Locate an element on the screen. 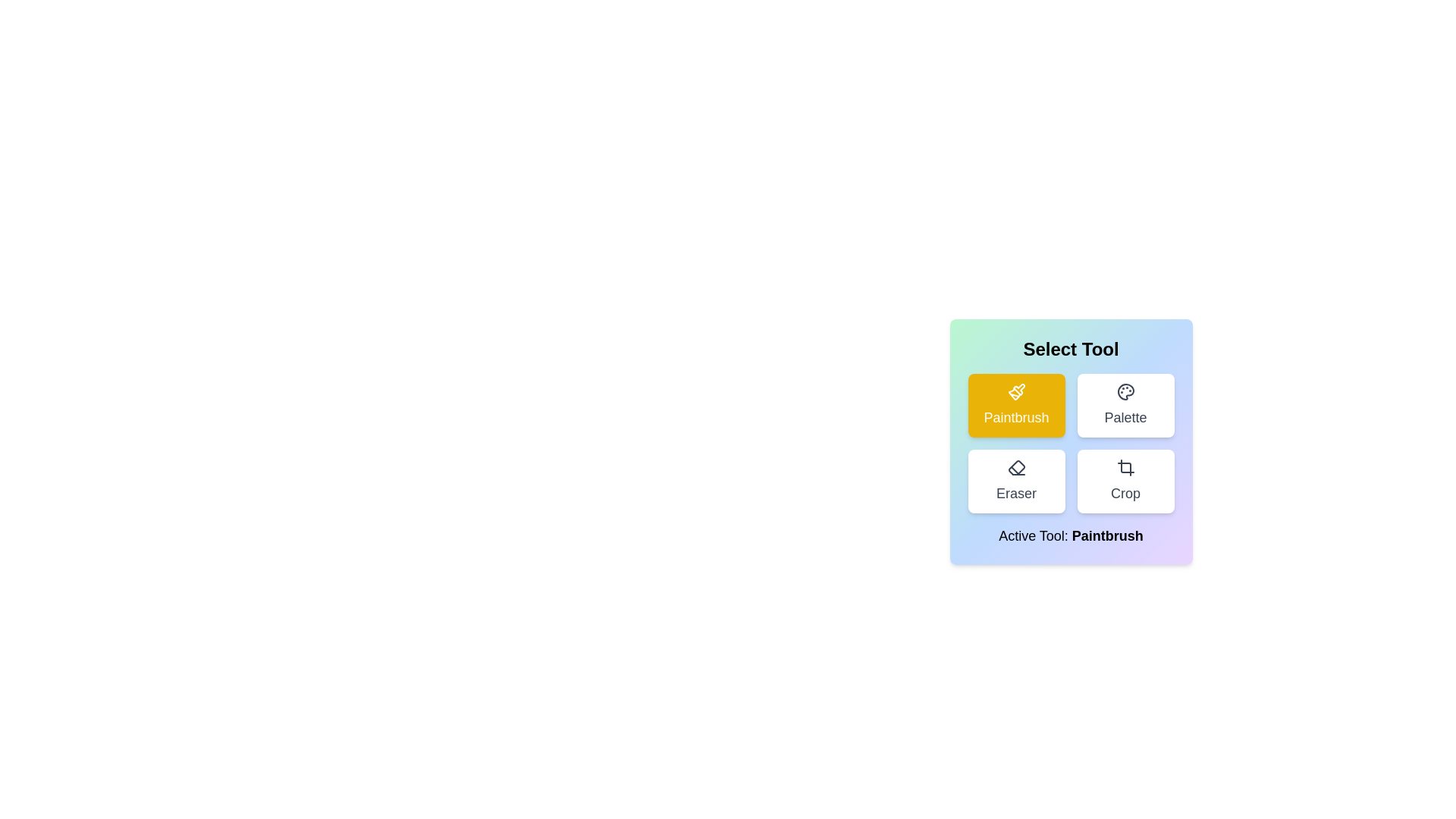 Image resolution: width=1456 pixels, height=819 pixels. the button corresponding to the tool Paintbrush is located at coordinates (1016, 405).